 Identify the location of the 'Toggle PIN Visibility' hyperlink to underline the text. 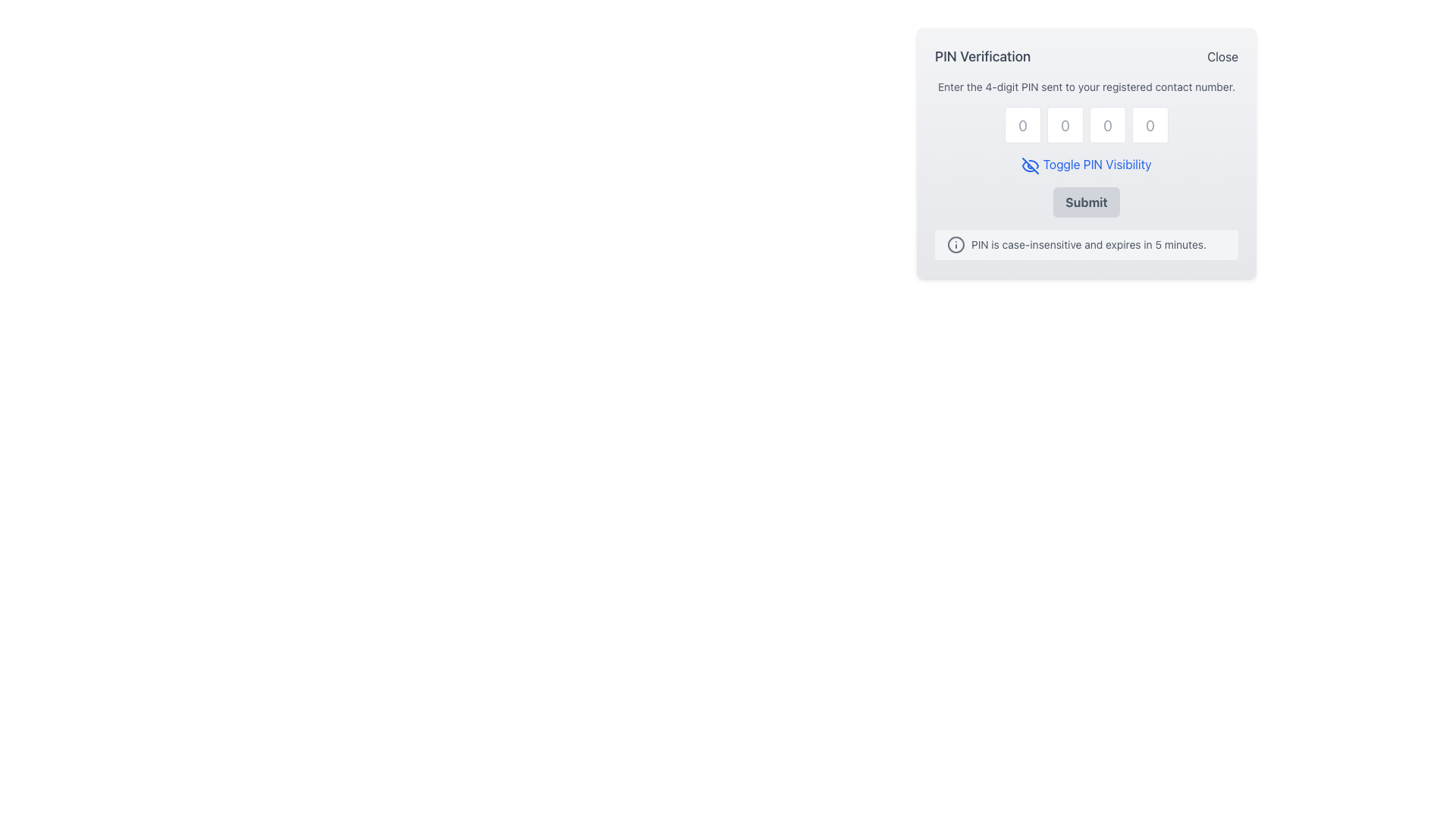
(1085, 165).